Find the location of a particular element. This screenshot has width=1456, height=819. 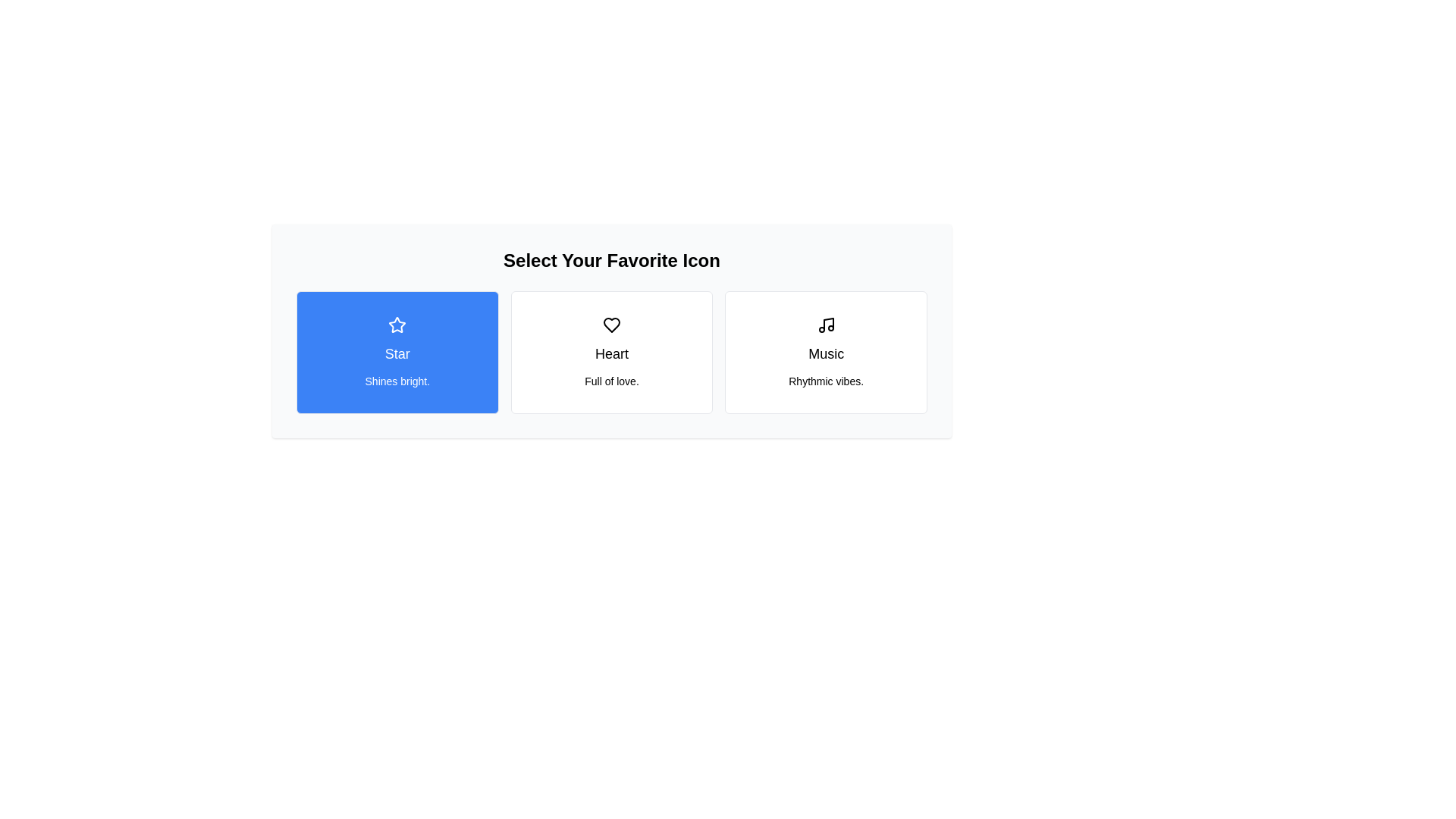

the heart-shaped icon with a black outline, which is located above the text 'Heart' in the second card of a group of three horizontally aligned cards is located at coordinates (611, 324).